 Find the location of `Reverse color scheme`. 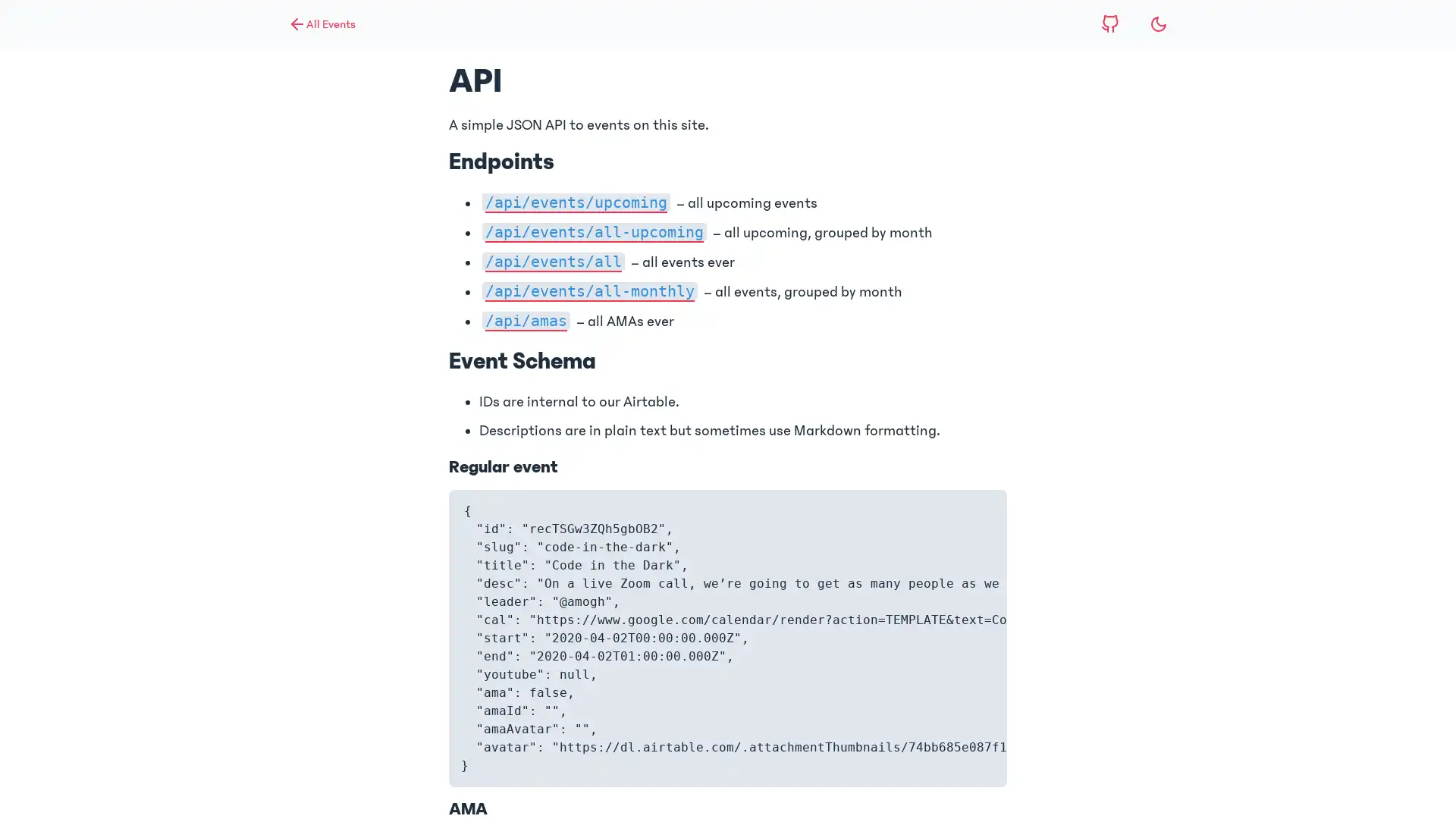

Reverse color scheme is located at coordinates (1157, 24).